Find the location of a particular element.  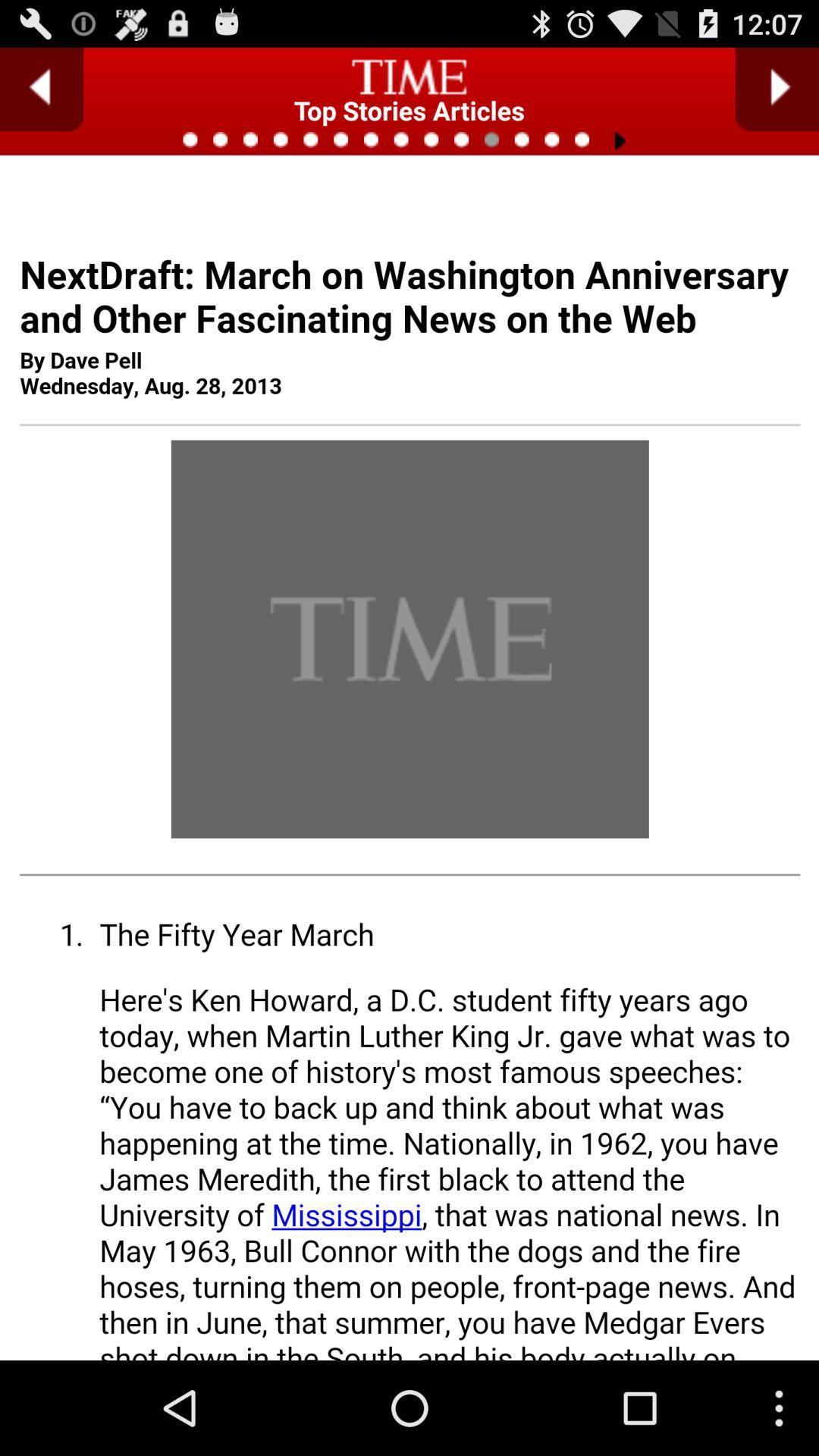

app to the left of the top stories articles item is located at coordinates (41, 89).